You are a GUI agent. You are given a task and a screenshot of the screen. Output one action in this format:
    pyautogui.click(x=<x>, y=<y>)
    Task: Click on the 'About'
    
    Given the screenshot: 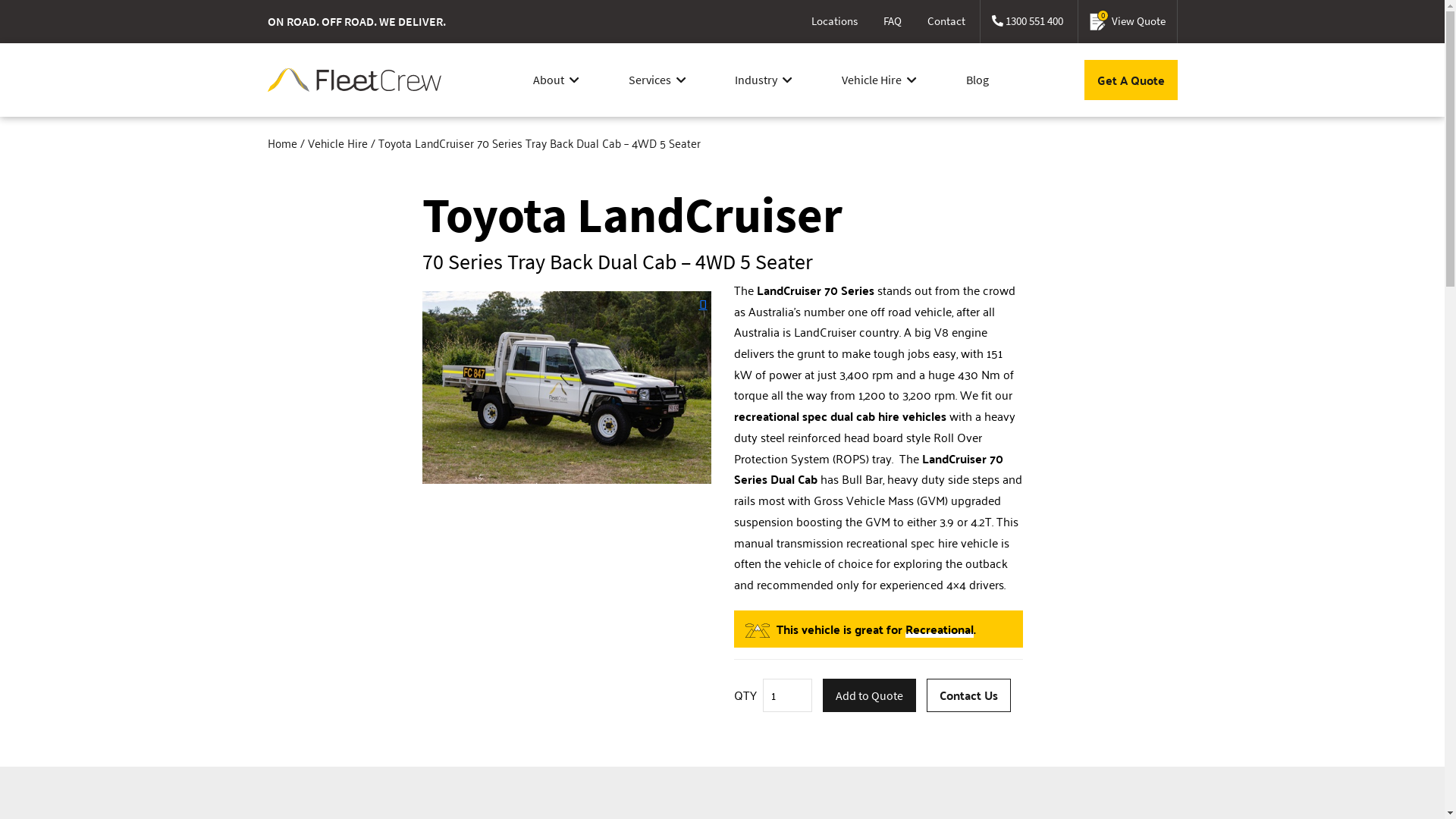 What is the action you would take?
    pyautogui.click(x=555, y=79)
    